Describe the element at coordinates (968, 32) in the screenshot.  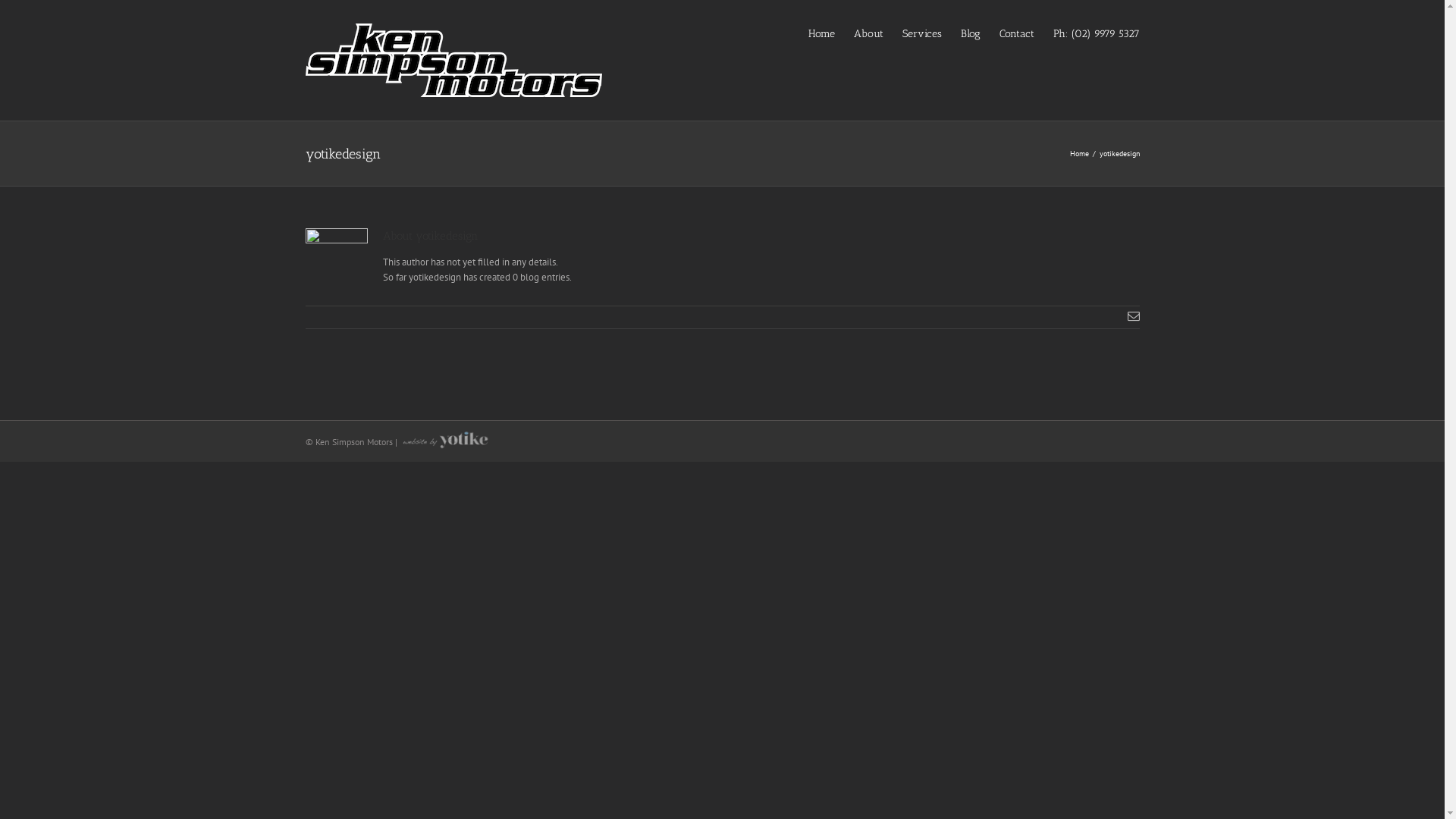
I see `'Blog'` at that location.